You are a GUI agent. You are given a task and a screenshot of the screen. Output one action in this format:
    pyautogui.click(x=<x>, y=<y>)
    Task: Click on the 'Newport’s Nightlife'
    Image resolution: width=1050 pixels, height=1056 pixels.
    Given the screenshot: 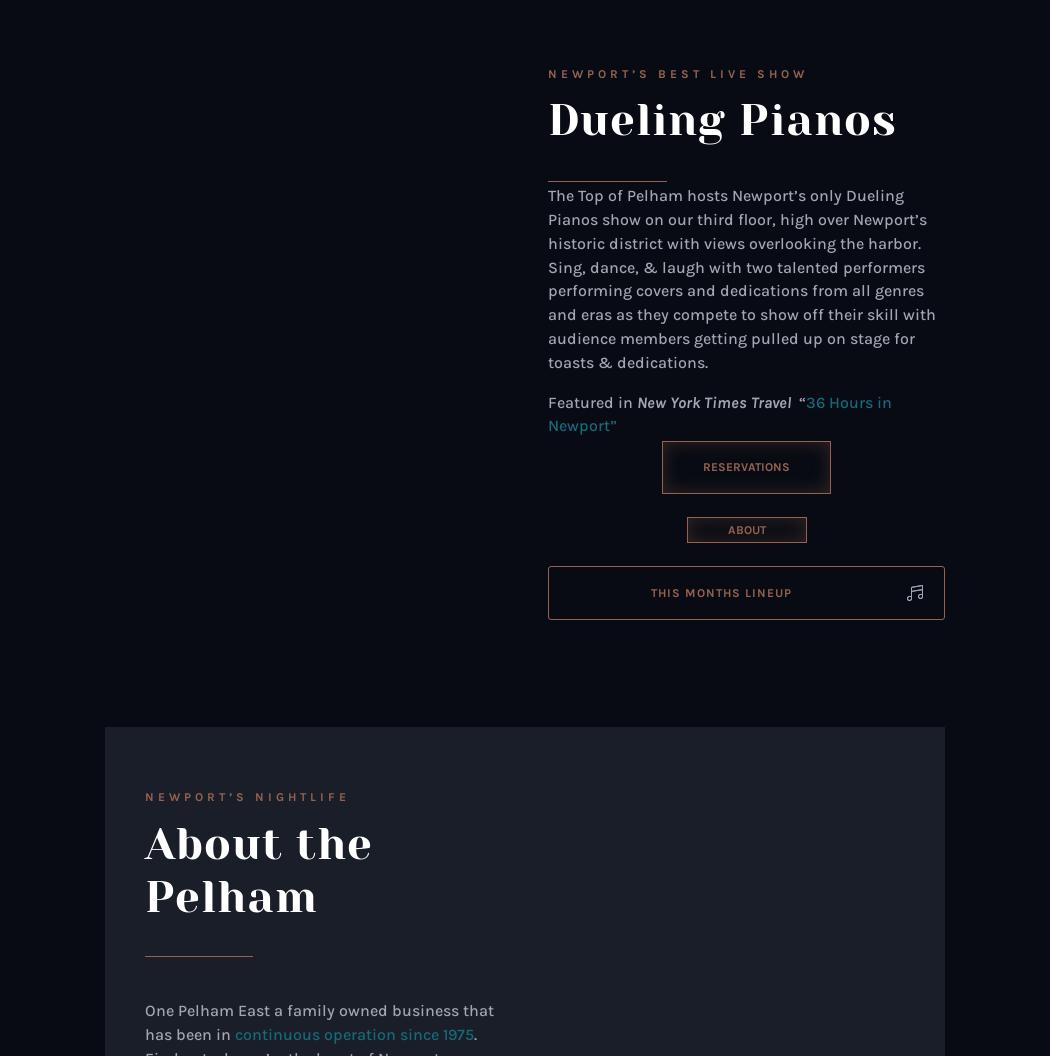 What is the action you would take?
    pyautogui.click(x=247, y=796)
    